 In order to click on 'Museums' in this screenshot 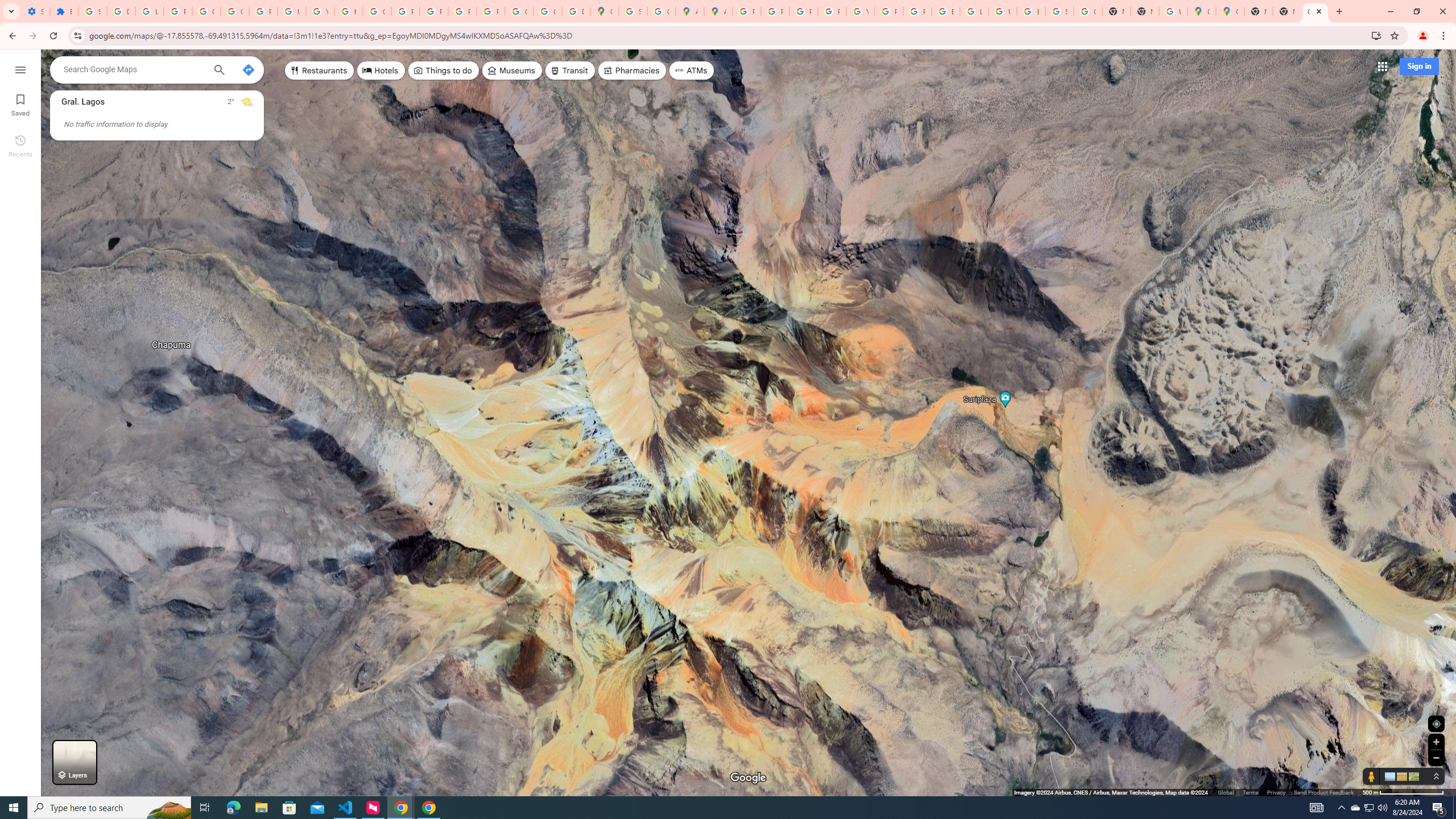, I will do `click(511, 69)`.